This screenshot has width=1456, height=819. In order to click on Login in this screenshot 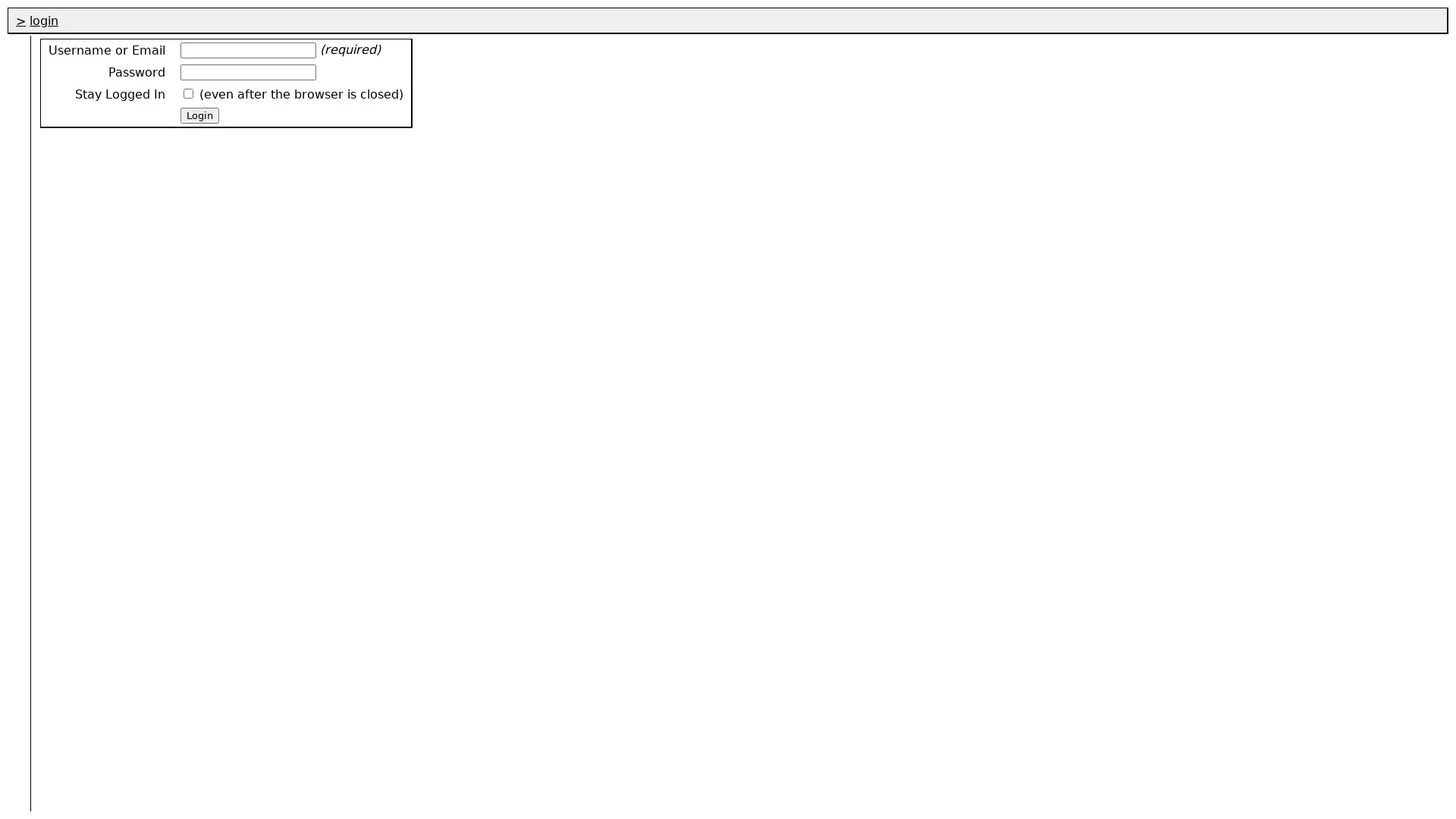, I will do `click(199, 115)`.